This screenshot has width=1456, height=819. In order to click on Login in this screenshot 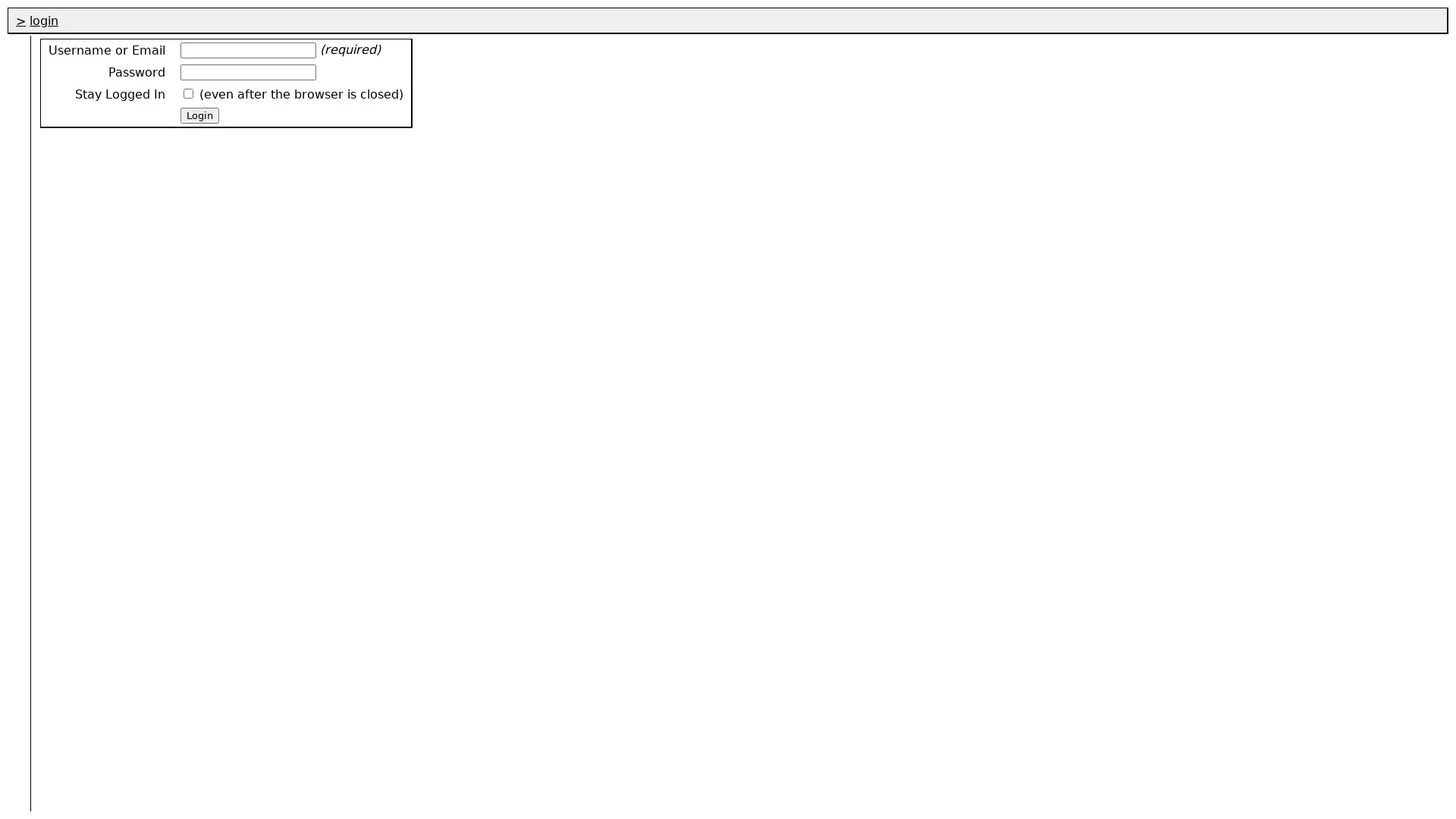, I will do `click(199, 115)`.